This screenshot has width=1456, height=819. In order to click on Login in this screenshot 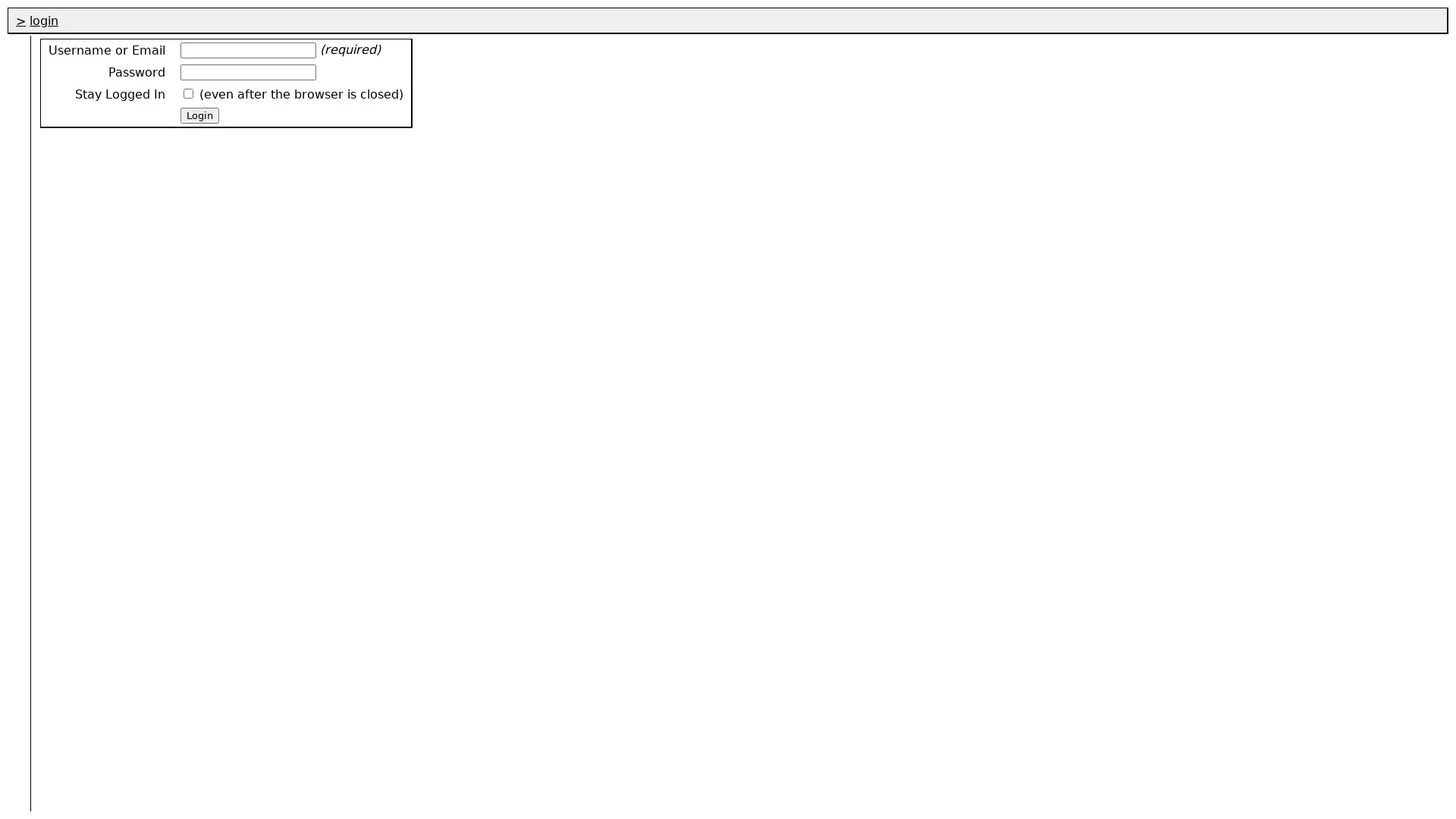, I will do `click(199, 115)`.